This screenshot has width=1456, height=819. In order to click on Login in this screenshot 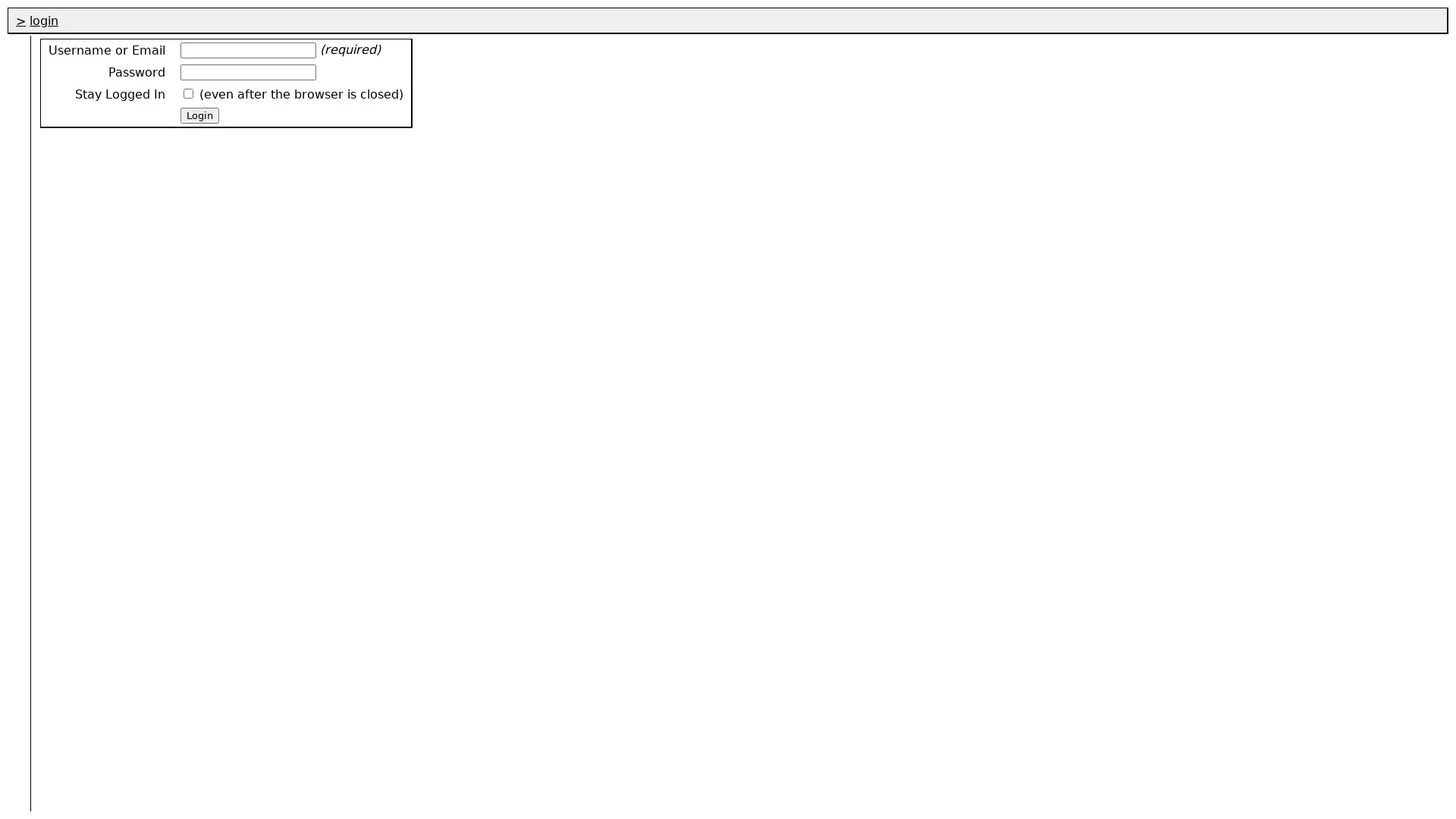, I will do `click(199, 115)`.